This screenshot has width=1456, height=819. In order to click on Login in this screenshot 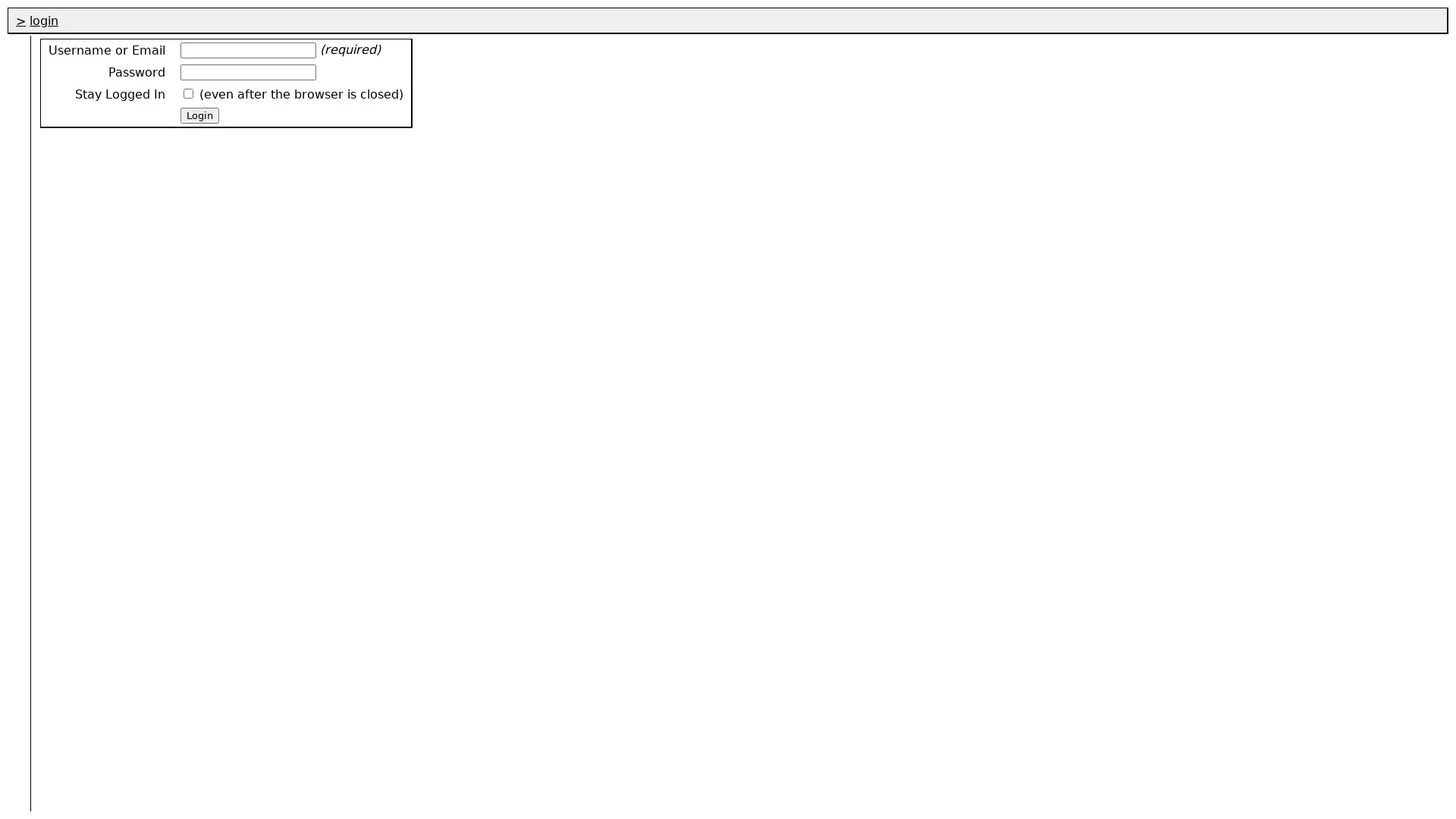, I will do `click(199, 115)`.